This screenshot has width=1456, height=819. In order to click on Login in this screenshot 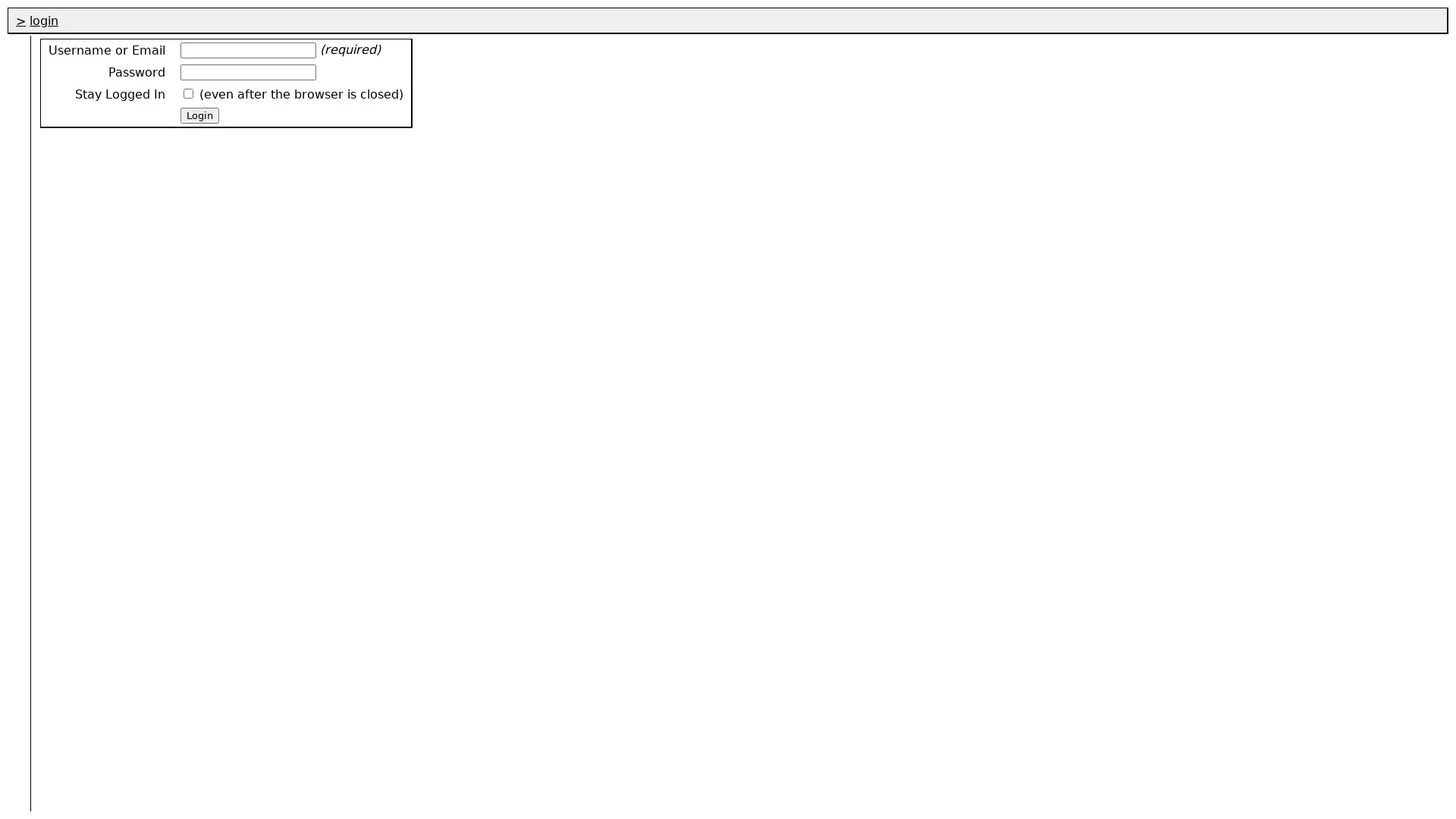, I will do `click(199, 115)`.